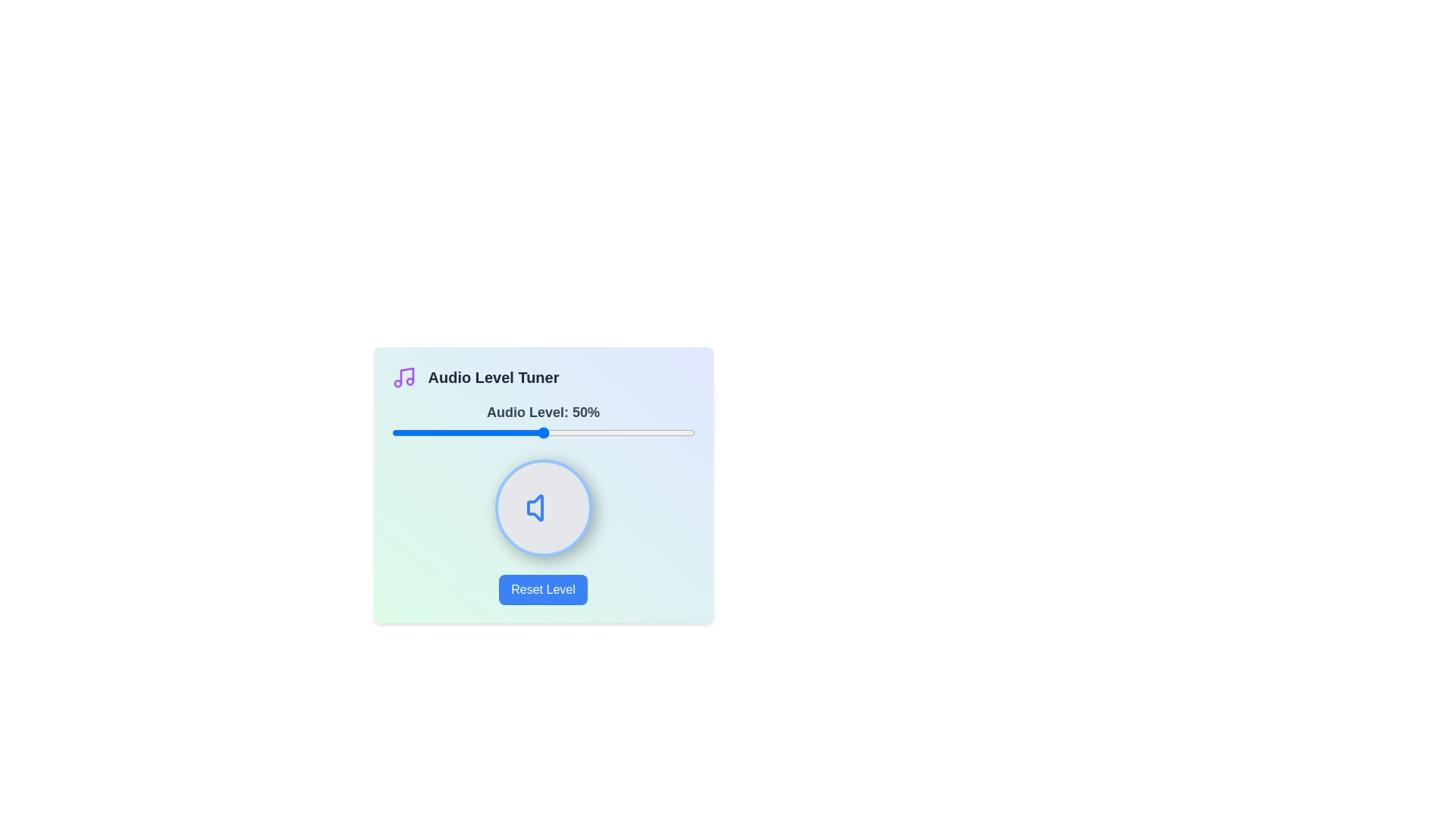  What do you see at coordinates (667, 432) in the screenshot?
I see `the audio level to 91% by dragging the slider` at bounding box center [667, 432].